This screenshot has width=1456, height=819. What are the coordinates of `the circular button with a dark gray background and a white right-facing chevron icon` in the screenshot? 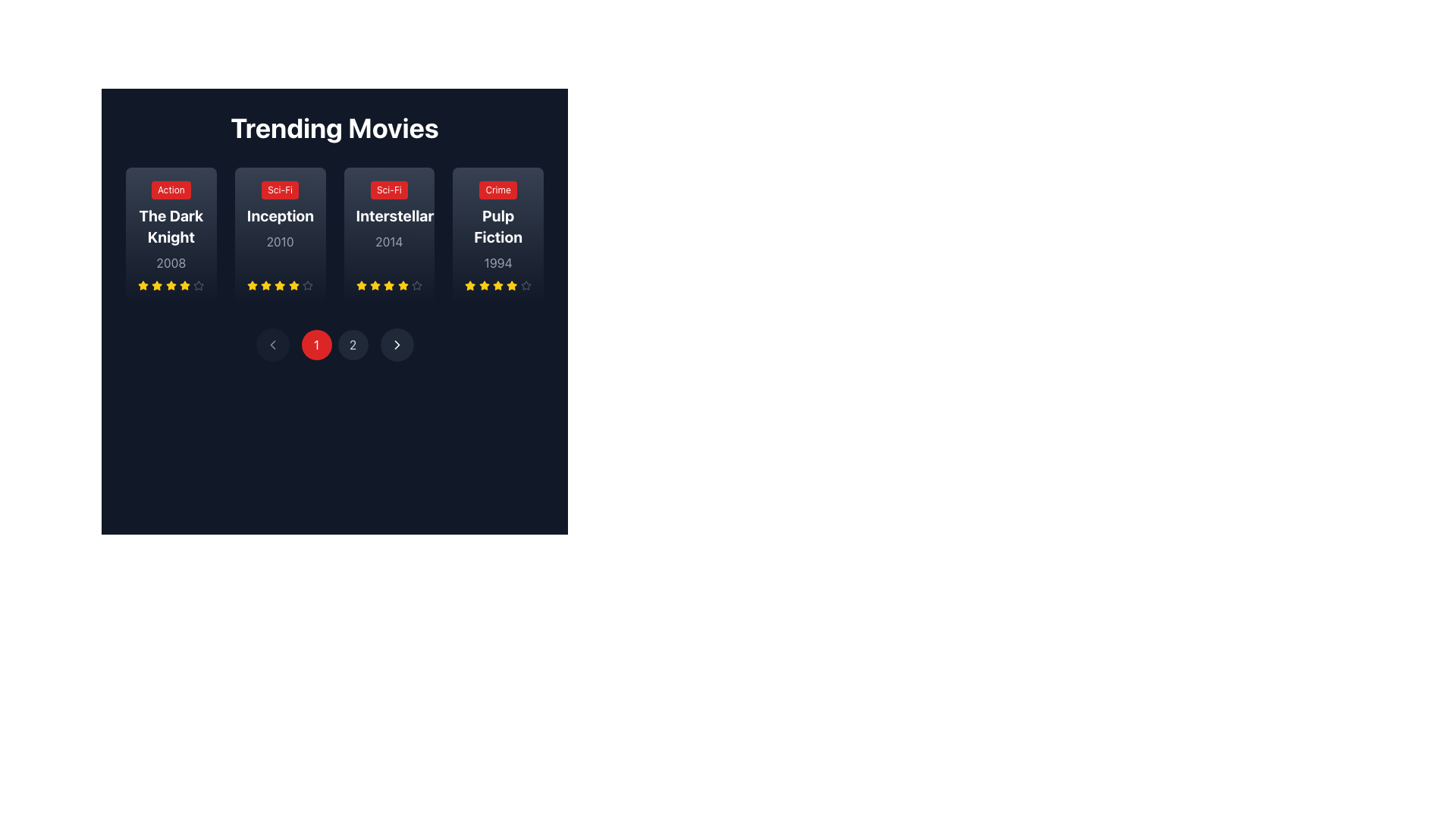 It's located at (397, 344).